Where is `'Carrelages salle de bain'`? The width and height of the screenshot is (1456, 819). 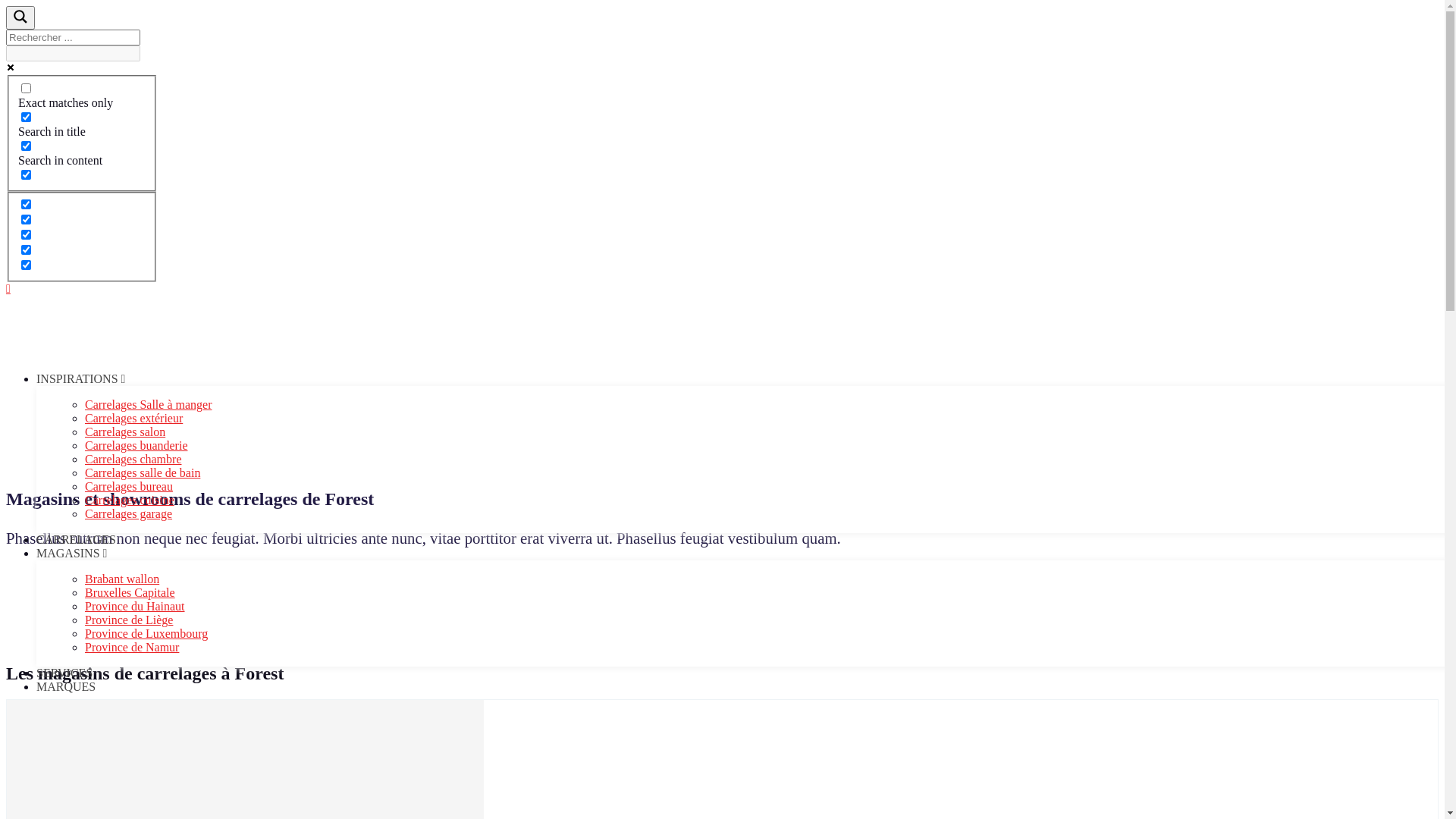
'Carrelages salle de bain' is located at coordinates (83, 472).